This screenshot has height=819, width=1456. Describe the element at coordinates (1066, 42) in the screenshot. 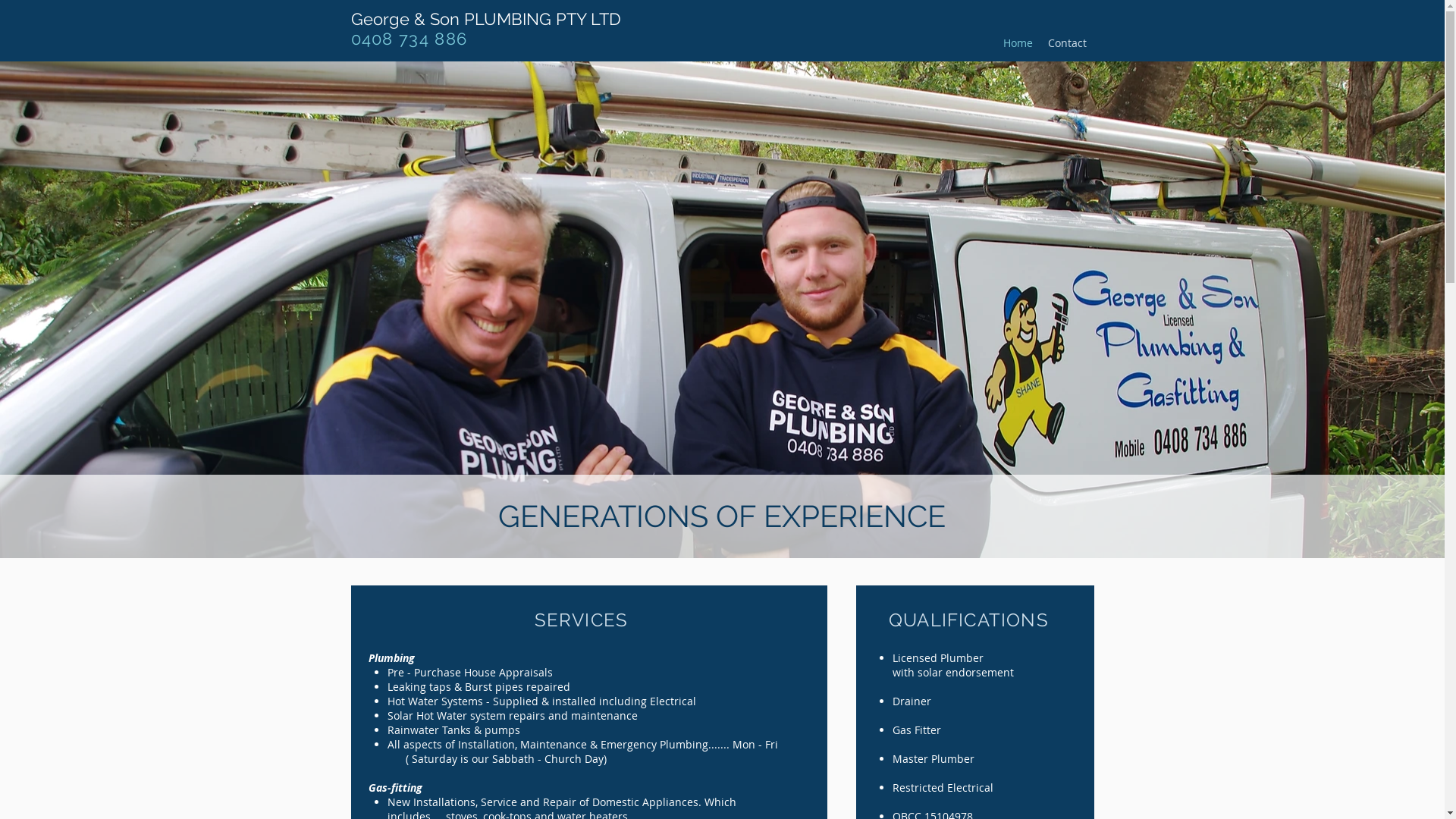

I see `'Contact'` at that location.